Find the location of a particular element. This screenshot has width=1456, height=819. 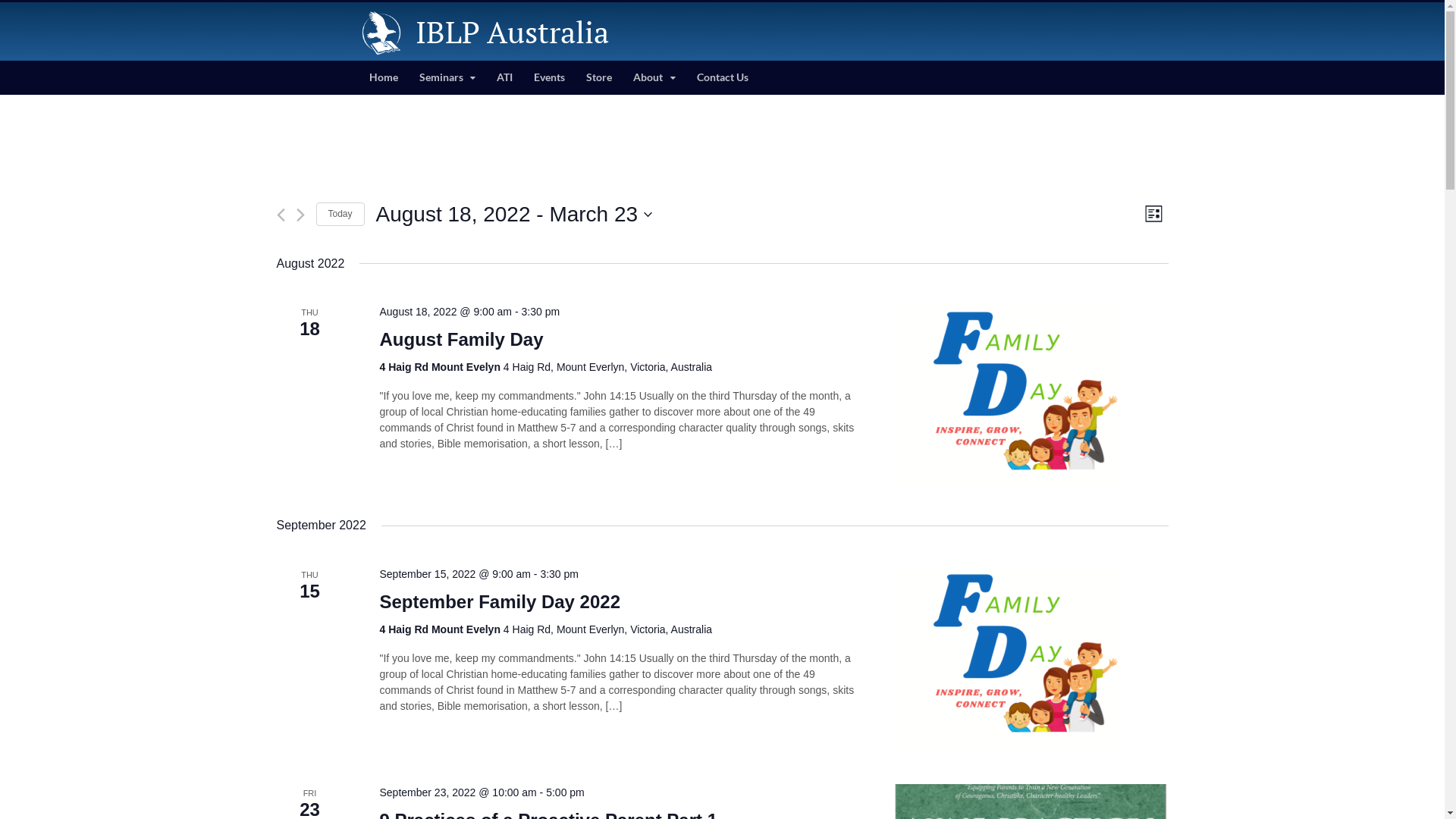

'Next Events' is located at coordinates (300, 215).